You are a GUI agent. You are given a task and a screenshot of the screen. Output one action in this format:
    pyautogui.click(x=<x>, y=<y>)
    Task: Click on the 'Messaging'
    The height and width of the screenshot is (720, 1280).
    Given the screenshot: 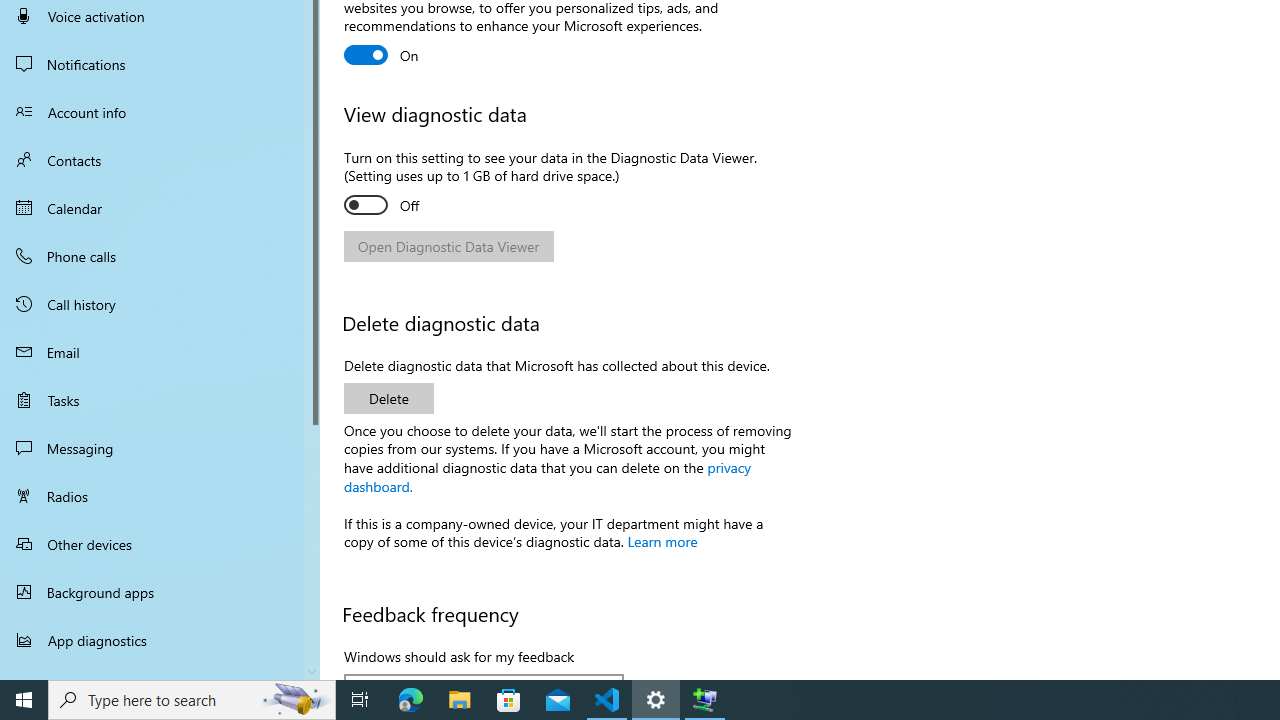 What is the action you would take?
    pyautogui.click(x=160, y=447)
    